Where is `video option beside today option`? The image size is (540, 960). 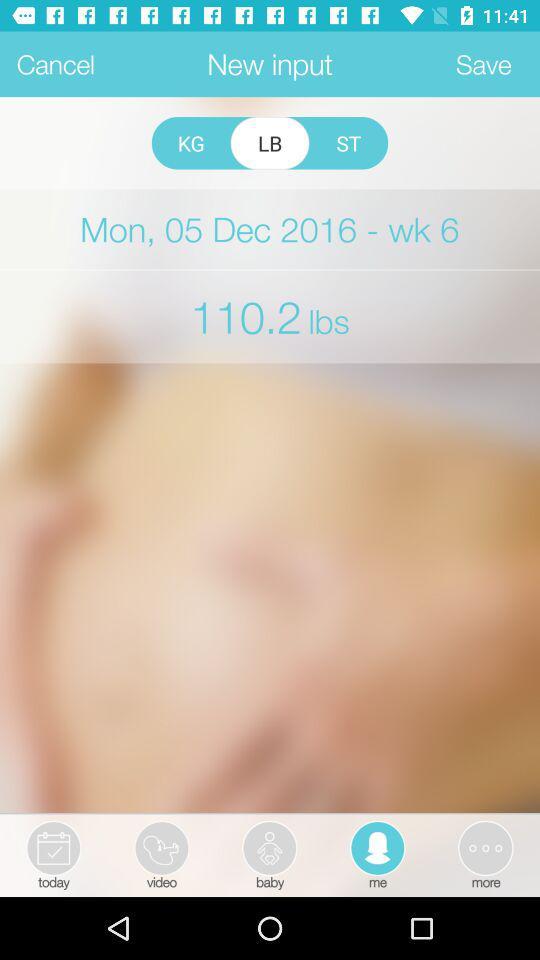 video option beside today option is located at coordinates (161, 853).